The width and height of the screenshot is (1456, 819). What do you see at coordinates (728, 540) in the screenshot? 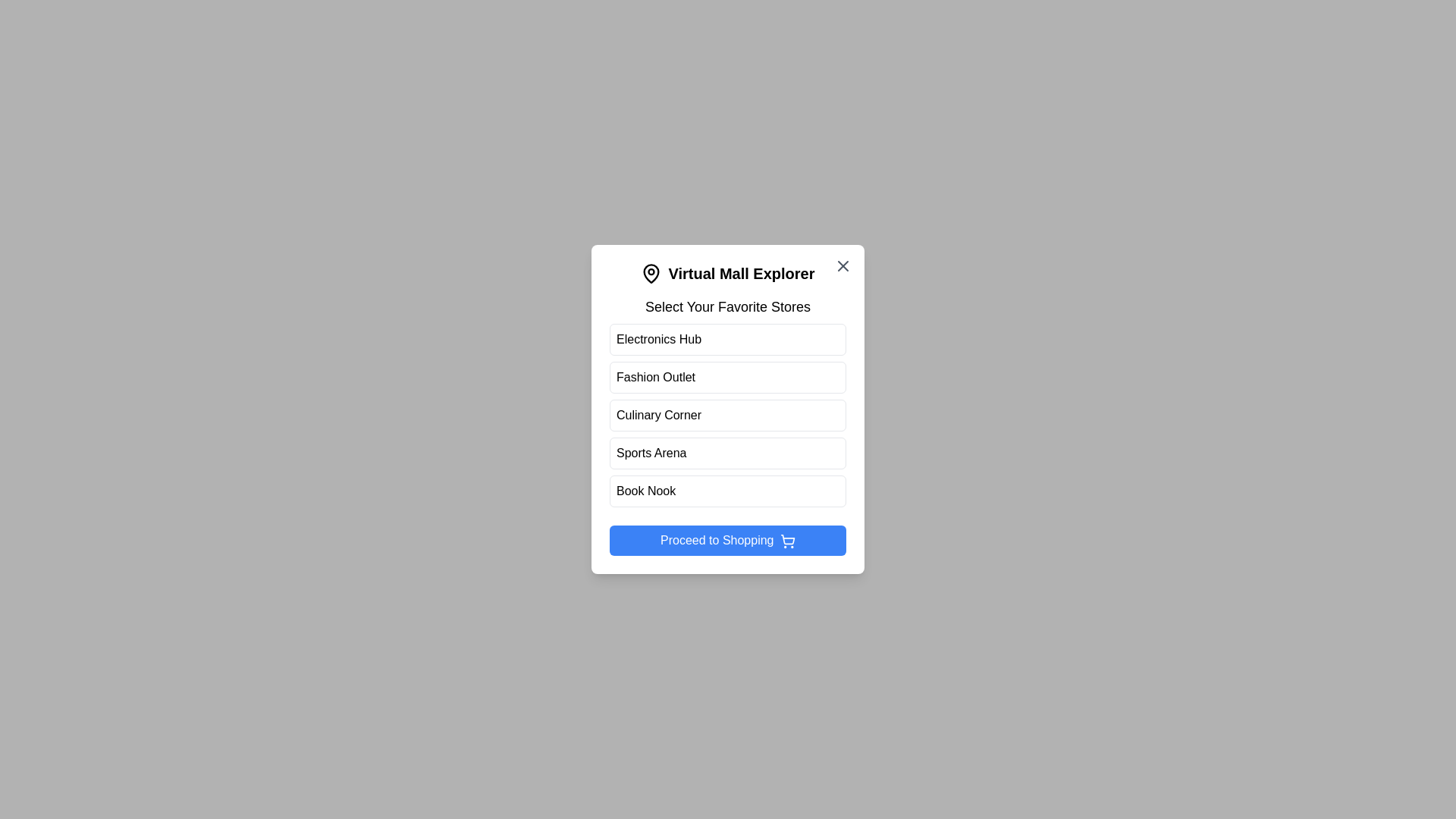
I see `the button labeled 'Proceed to Shopping' with a shopping cart icon` at bounding box center [728, 540].